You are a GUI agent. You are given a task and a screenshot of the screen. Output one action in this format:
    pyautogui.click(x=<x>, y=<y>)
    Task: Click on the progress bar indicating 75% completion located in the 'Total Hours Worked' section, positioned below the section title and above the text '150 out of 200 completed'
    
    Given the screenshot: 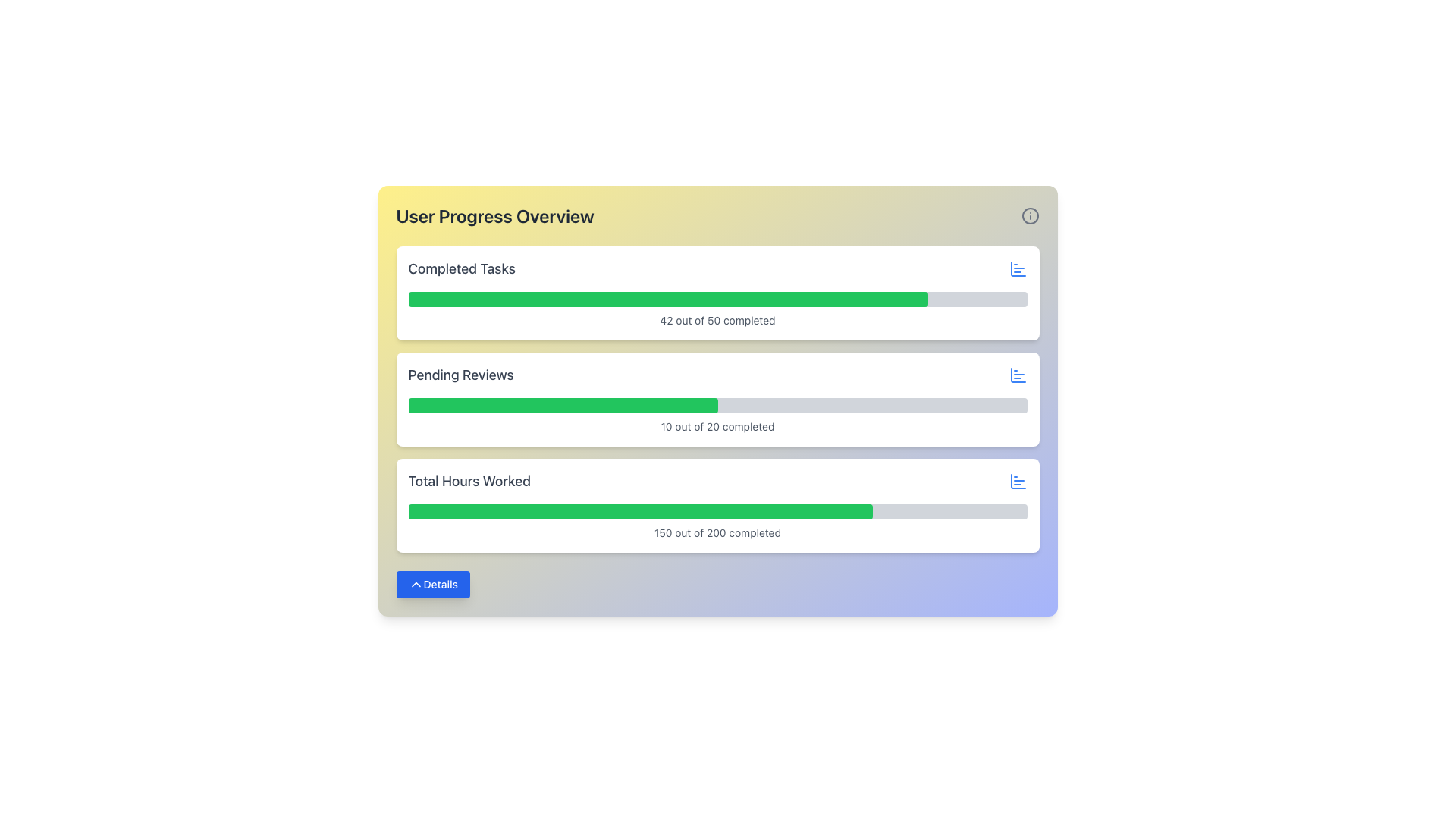 What is the action you would take?
    pyautogui.click(x=717, y=512)
    